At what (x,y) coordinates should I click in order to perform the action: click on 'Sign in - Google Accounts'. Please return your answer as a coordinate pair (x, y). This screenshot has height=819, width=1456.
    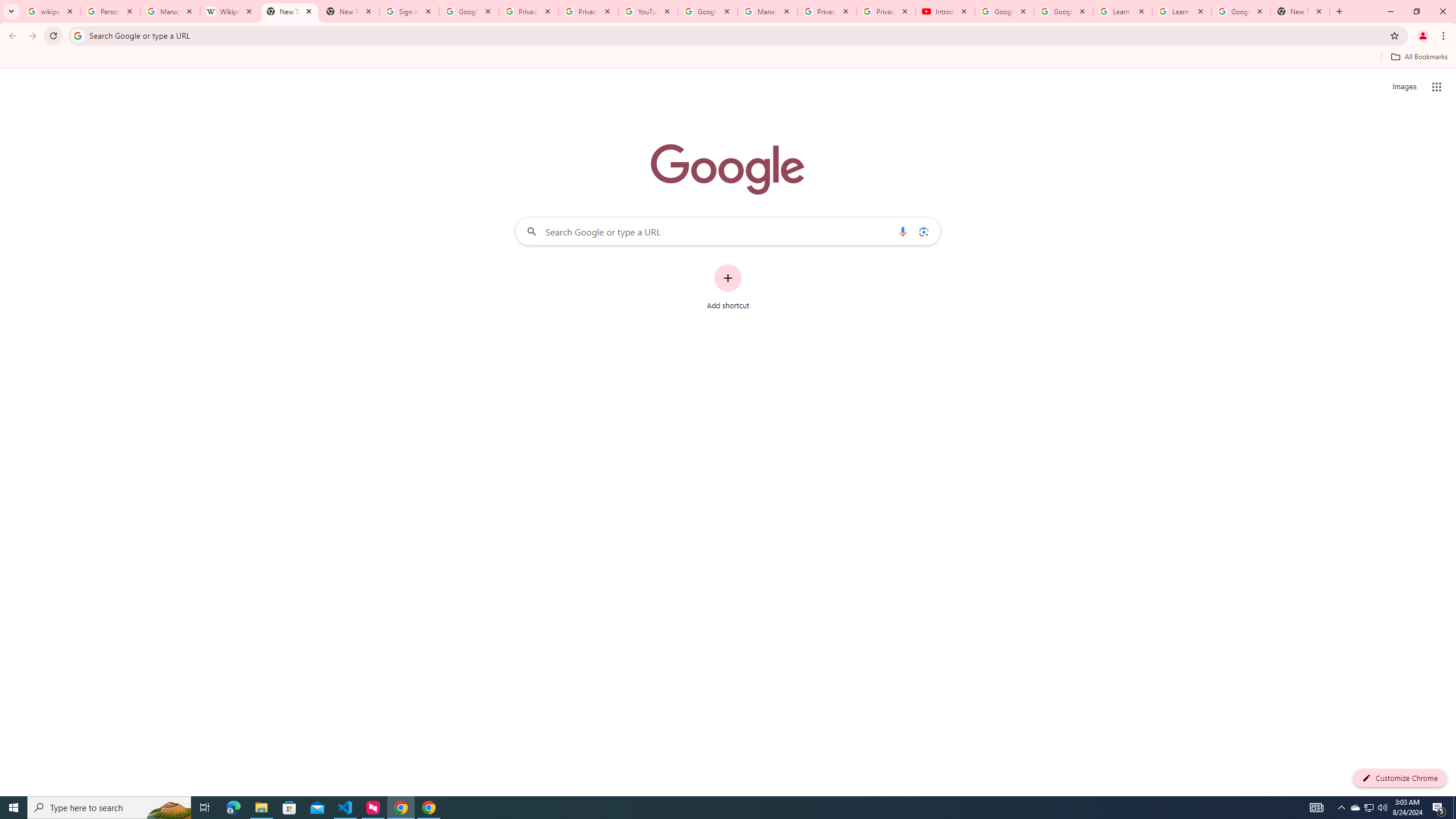
    Looking at the image, I should click on (408, 11).